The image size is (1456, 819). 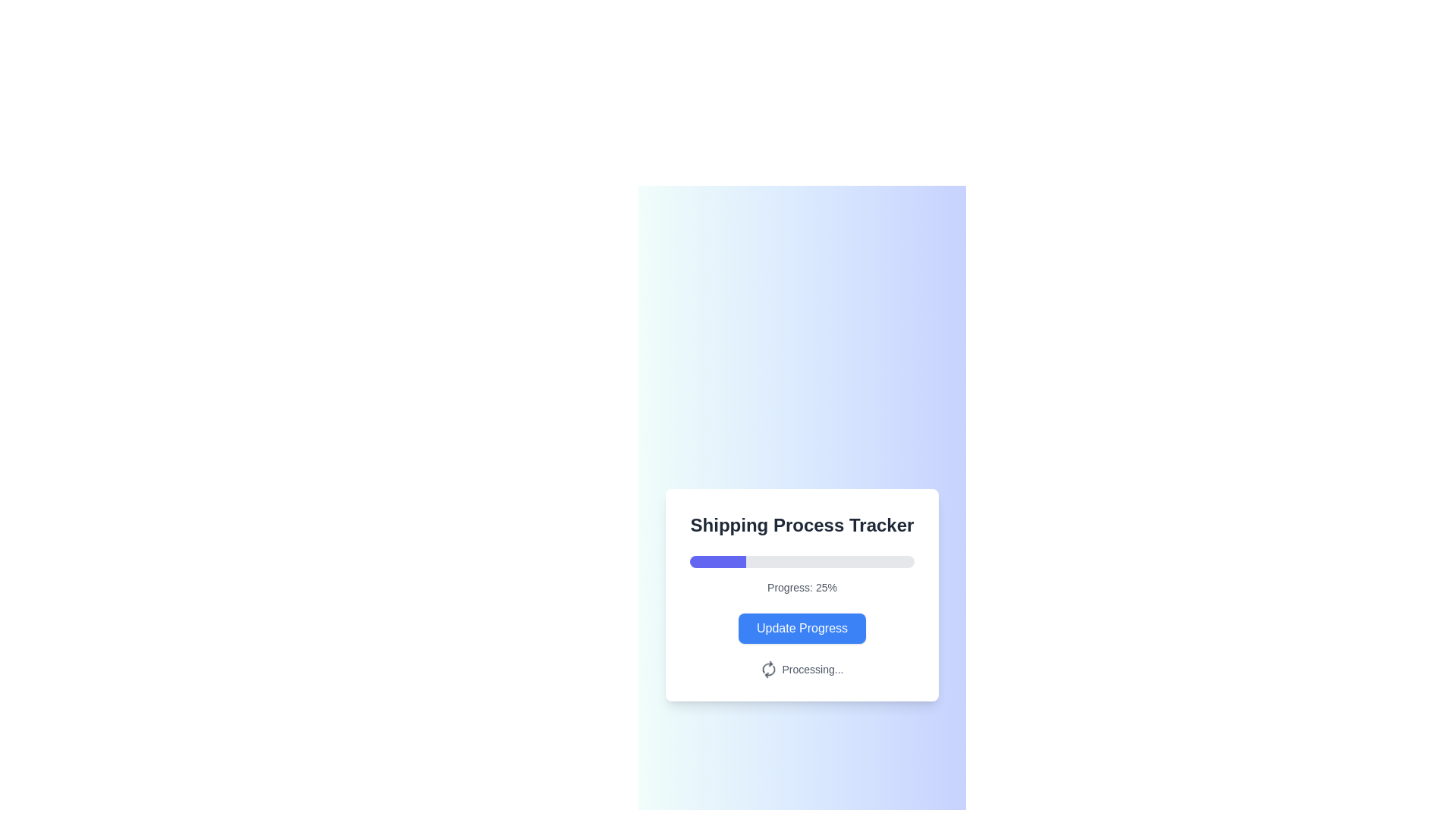 I want to click on the spinning animation icon located in the lower portion of the interface, directly below the 'Update Progress' button, which represents an ongoing process, so click(x=767, y=666).